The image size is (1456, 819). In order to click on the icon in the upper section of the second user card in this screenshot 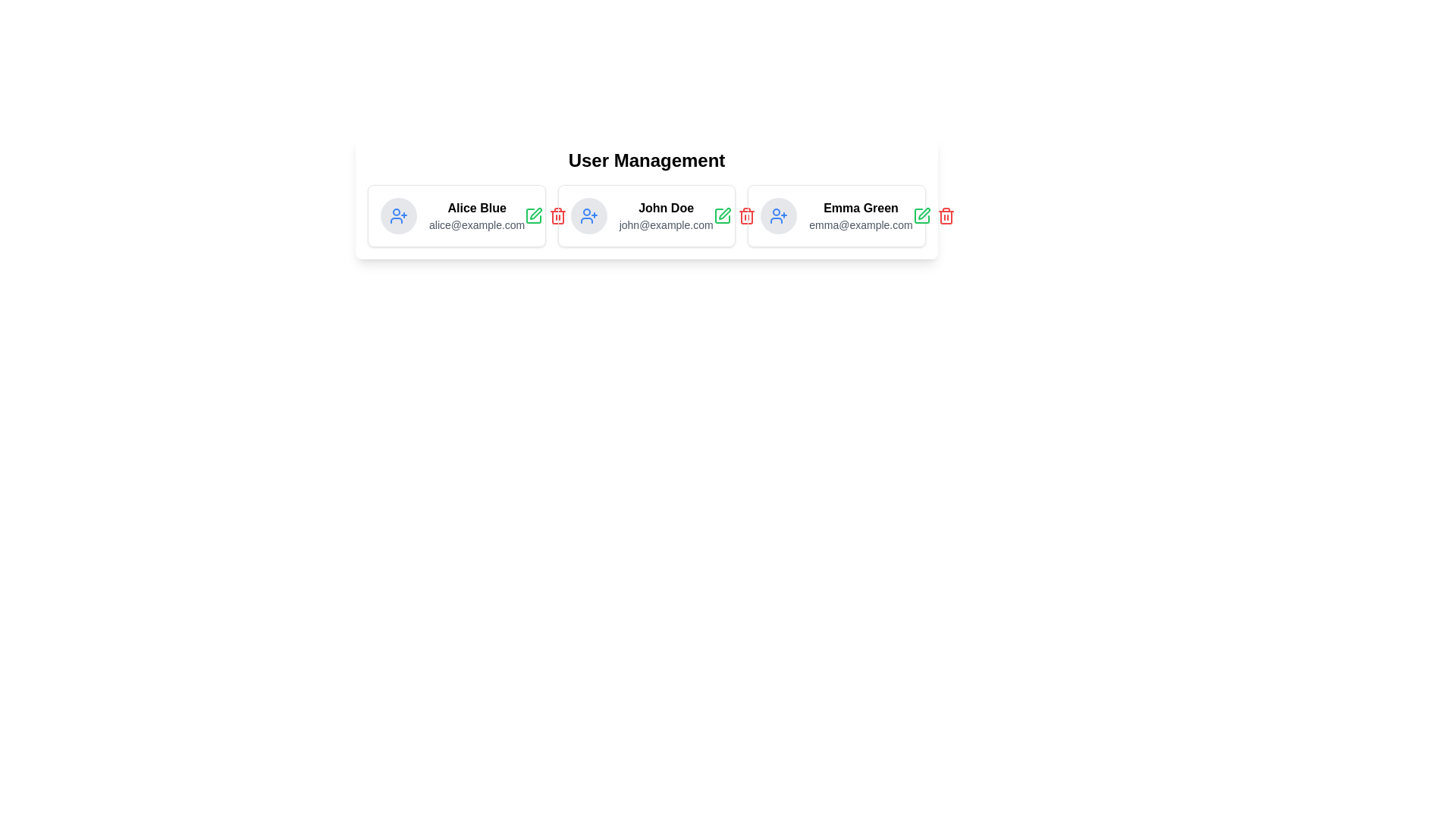, I will do `click(399, 216)`.